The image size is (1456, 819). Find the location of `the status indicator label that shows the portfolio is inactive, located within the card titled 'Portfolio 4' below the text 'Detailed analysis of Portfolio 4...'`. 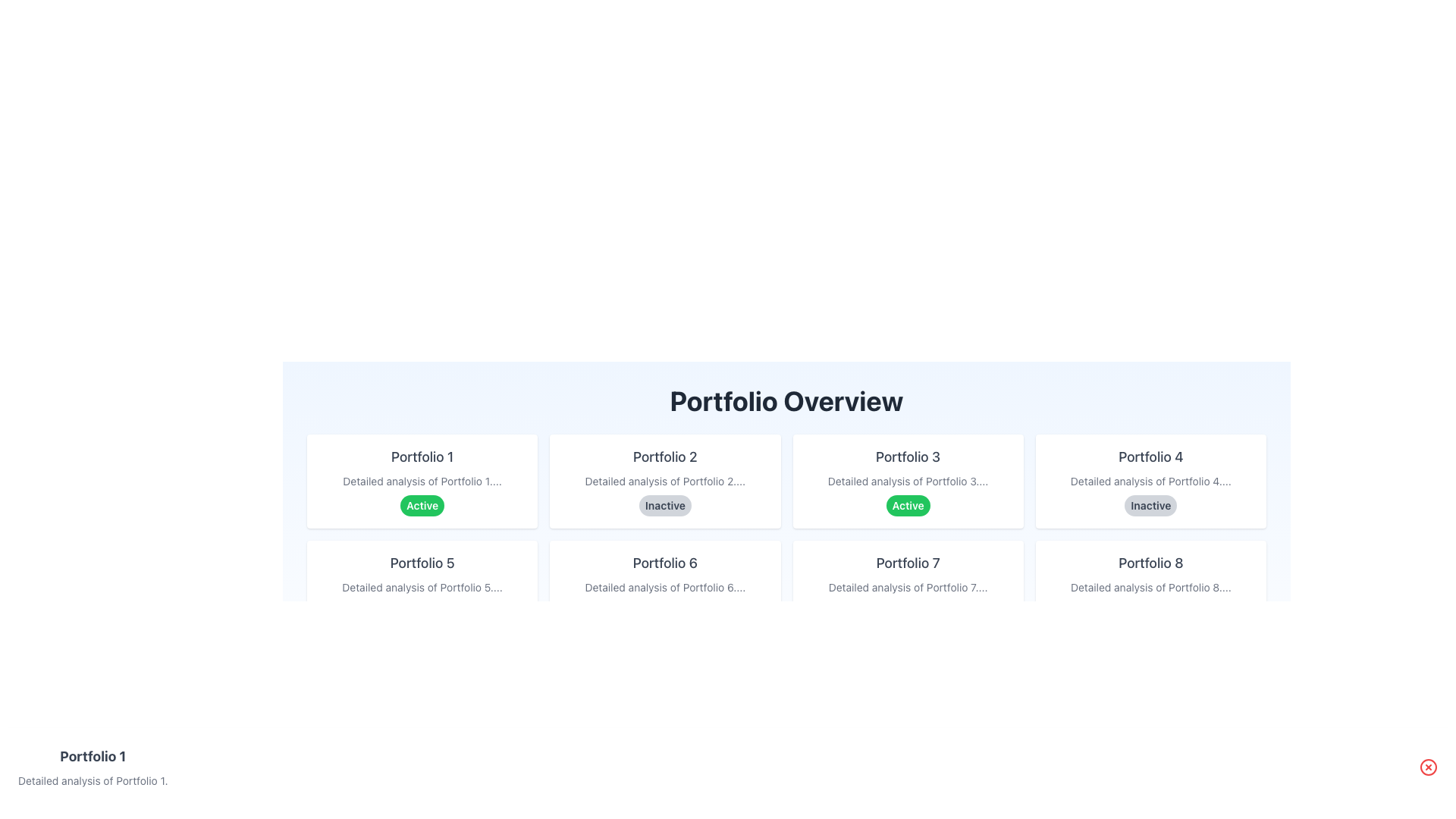

the status indicator label that shows the portfolio is inactive, located within the card titled 'Portfolio 4' below the text 'Detailed analysis of Portfolio 4...' is located at coordinates (1150, 506).